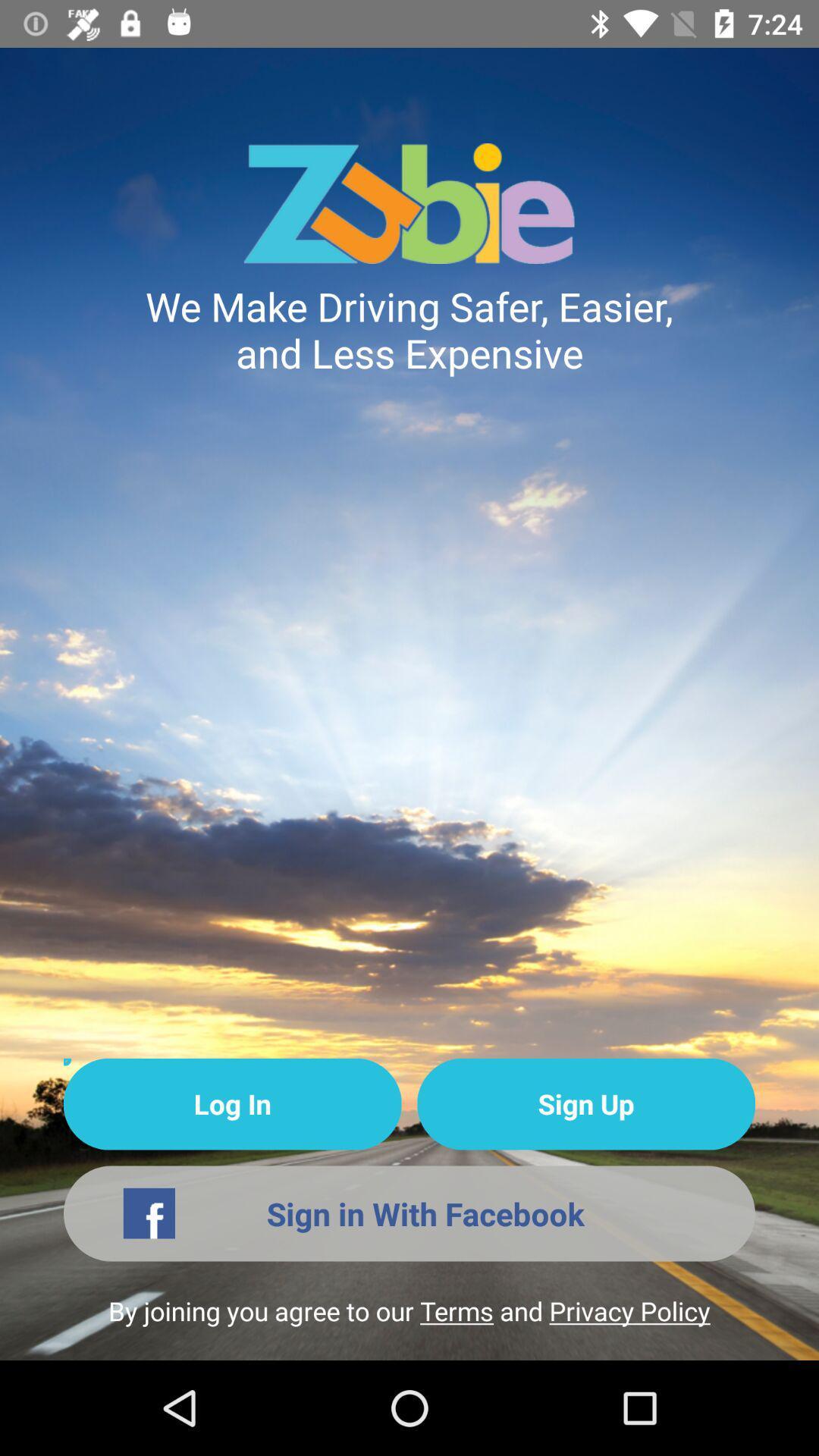 The width and height of the screenshot is (819, 1456). I want to click on the icon above the by joining you, so click(409, 1213).